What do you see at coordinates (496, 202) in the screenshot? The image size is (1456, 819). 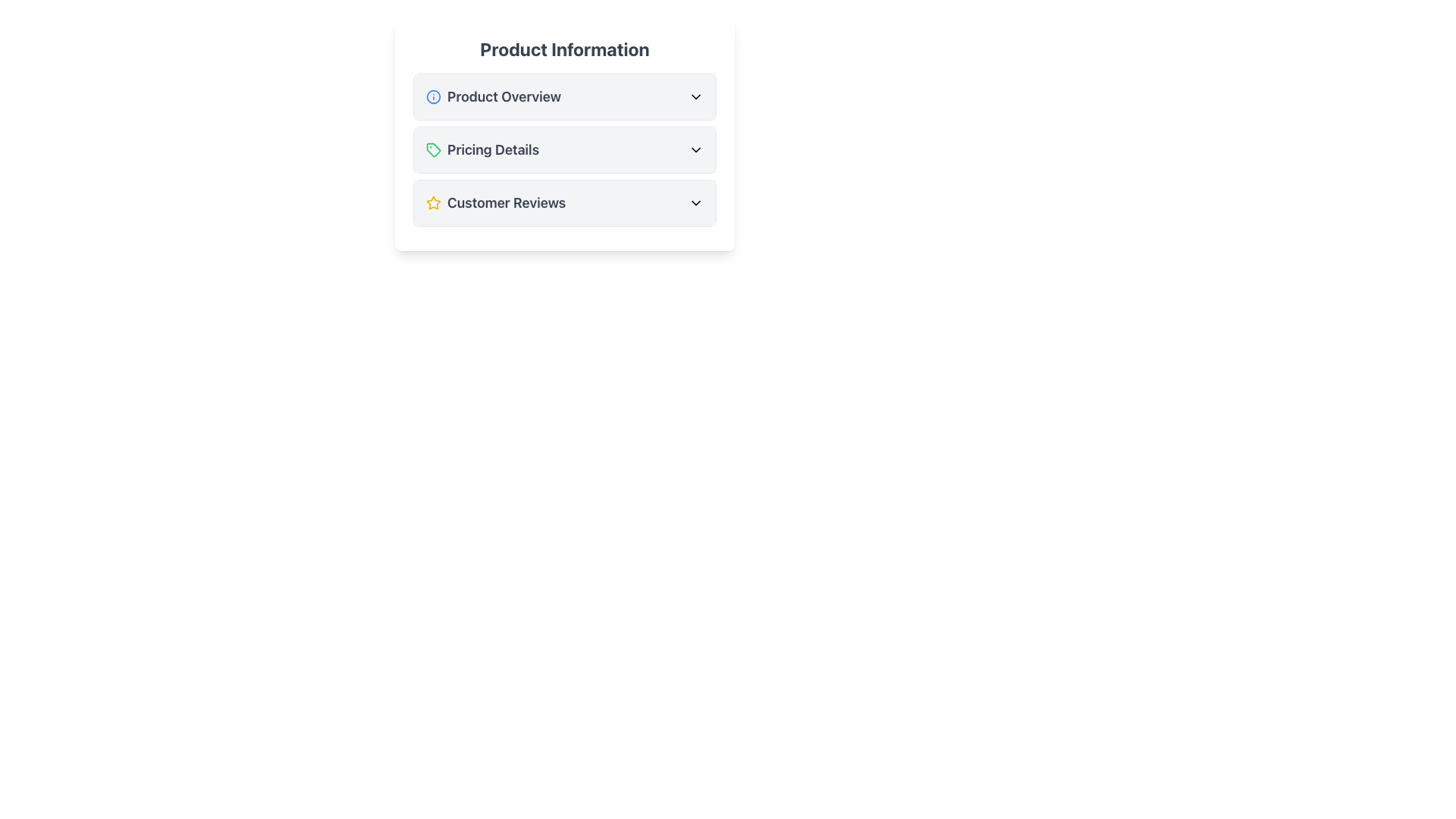 I see `the 'Customer Reviews' text block with the star icon for accessibility navigation` at bounding box center [496, 202].